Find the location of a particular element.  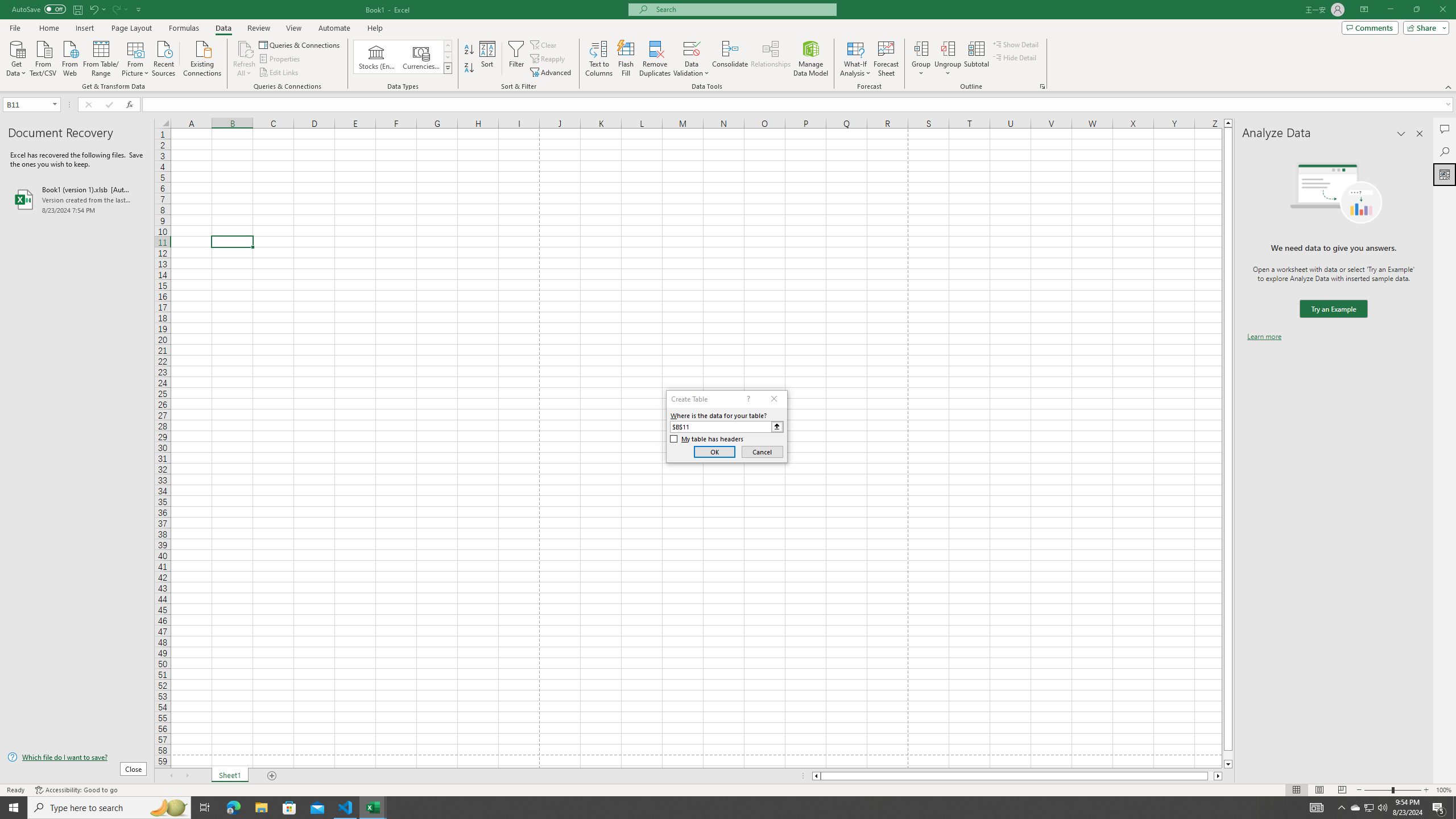

'Sort Z to A' is located at coordinates (469, 67).